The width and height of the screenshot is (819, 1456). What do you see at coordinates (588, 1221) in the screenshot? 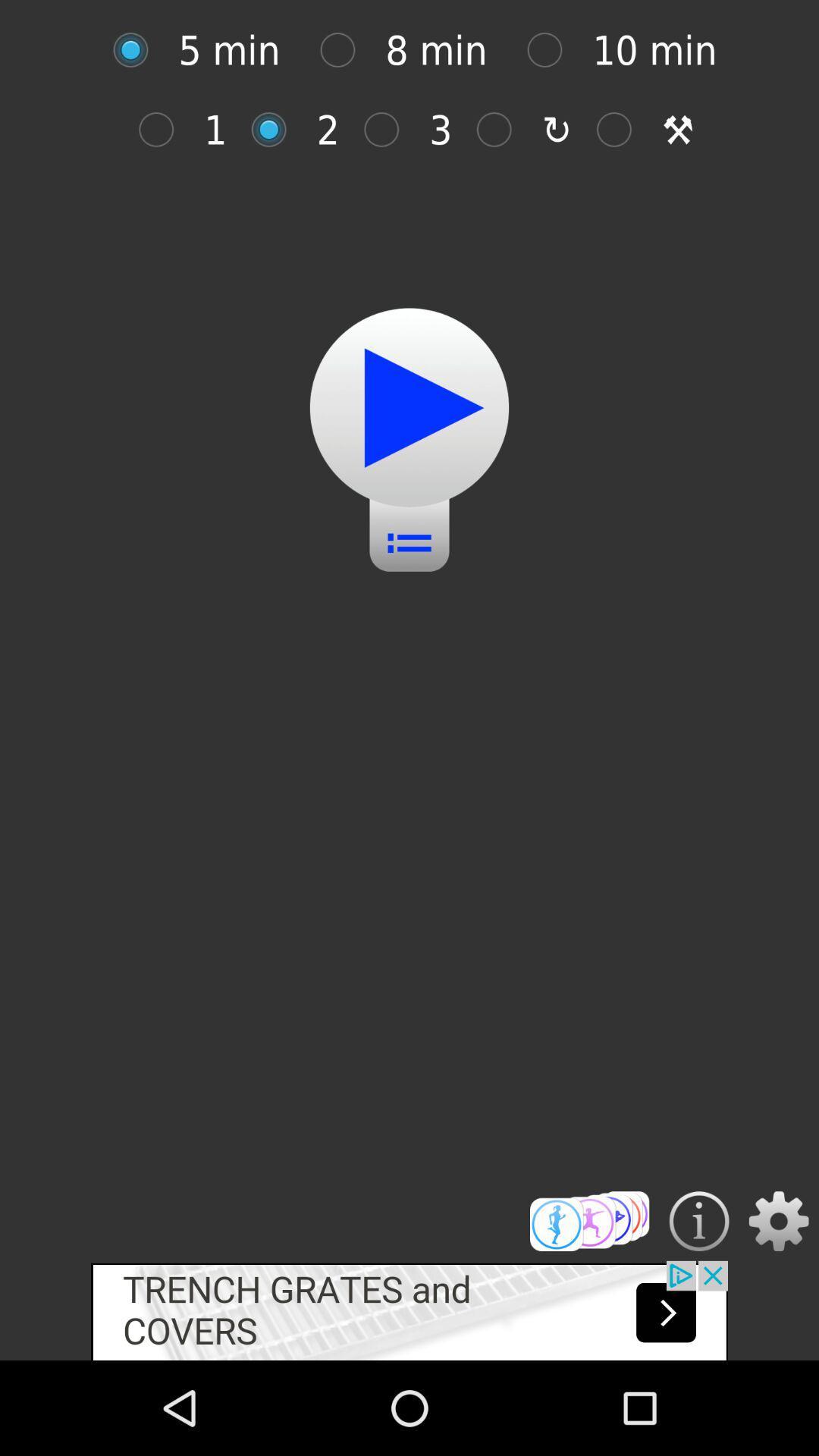
I see `make selection` at bounding box center [588, 1221].